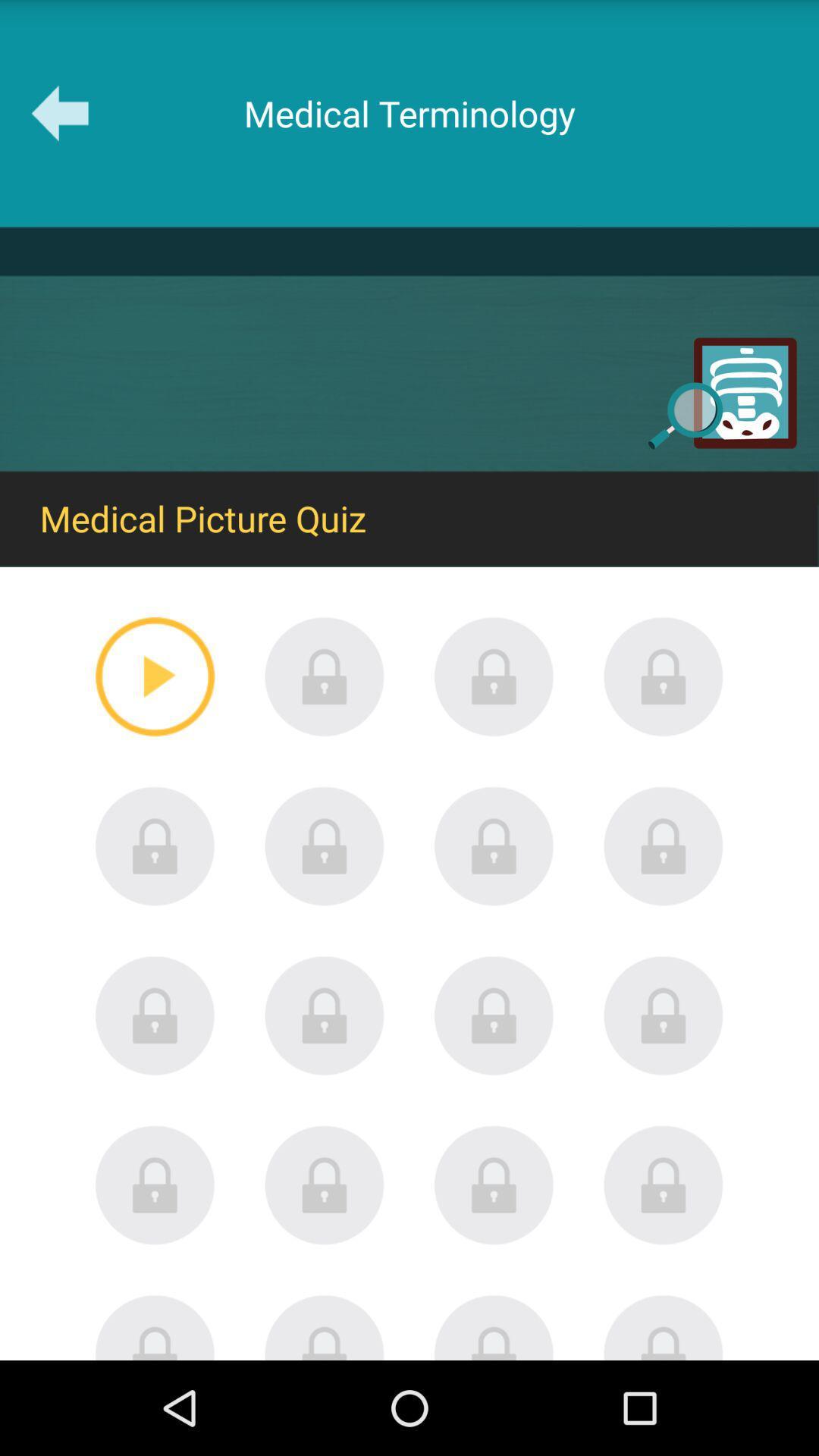  What do you see at coordinates (155, 846) in the screenshot?
I see `search for` at bounding box center [155, 846].